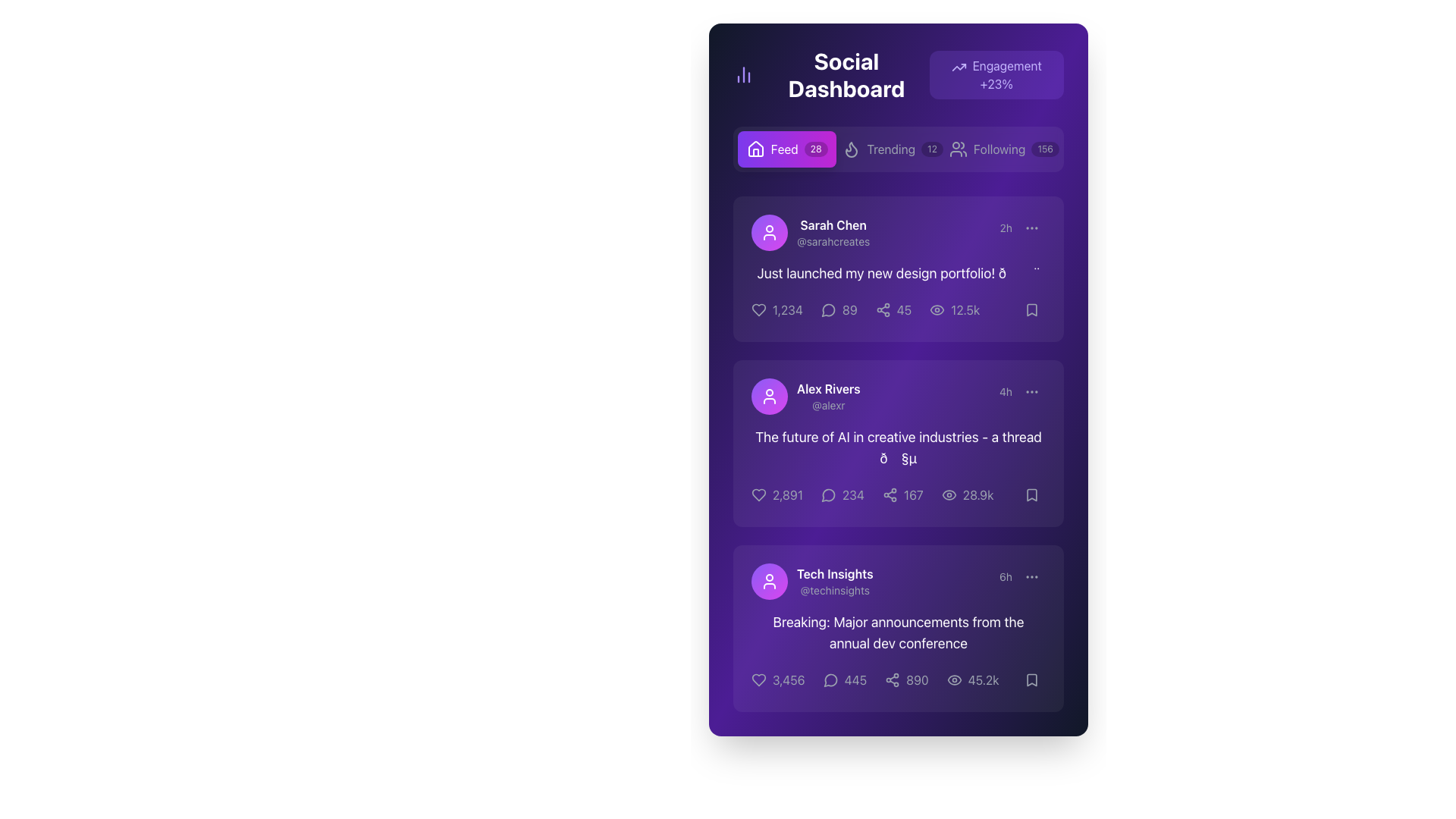 The height and width of the screenshot is (819, 1456). I want to click on the small purple bookmark icon located in the bottom-right section of the post card titled 'Alex Rivers' to bookmark the post, so click(1031, 494).